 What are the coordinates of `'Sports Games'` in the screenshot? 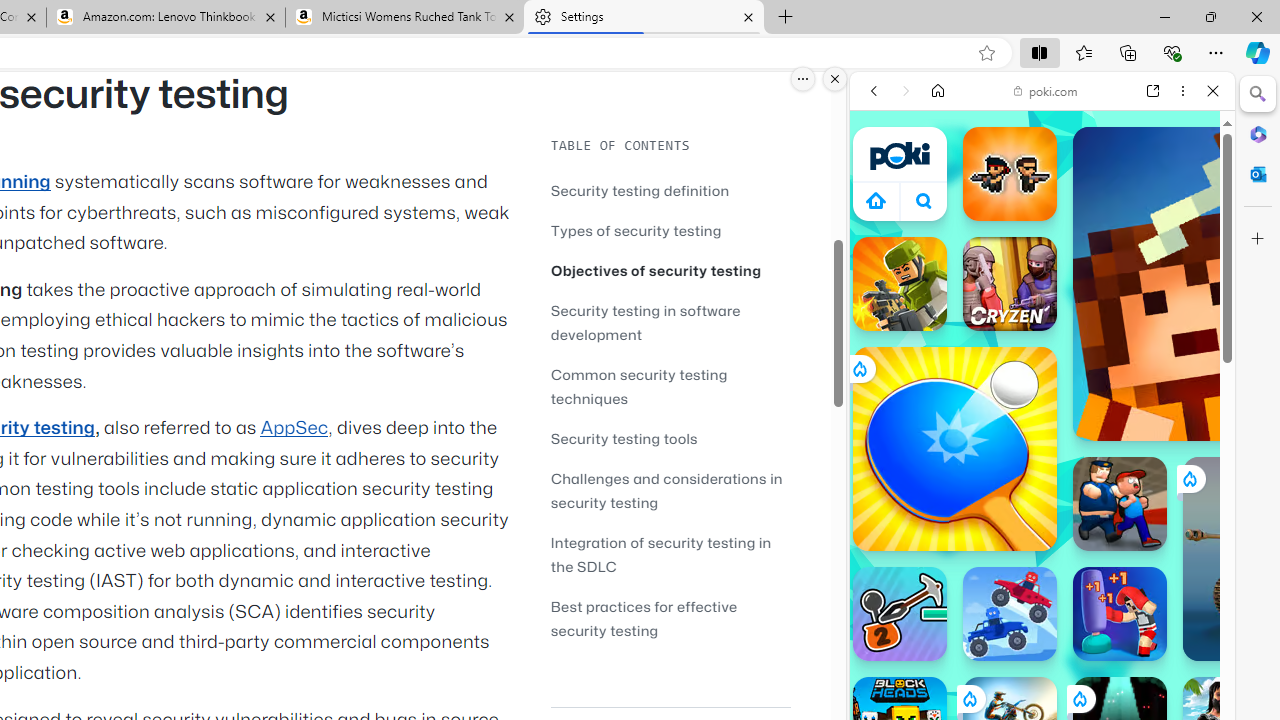 It's located at (1041, 666).